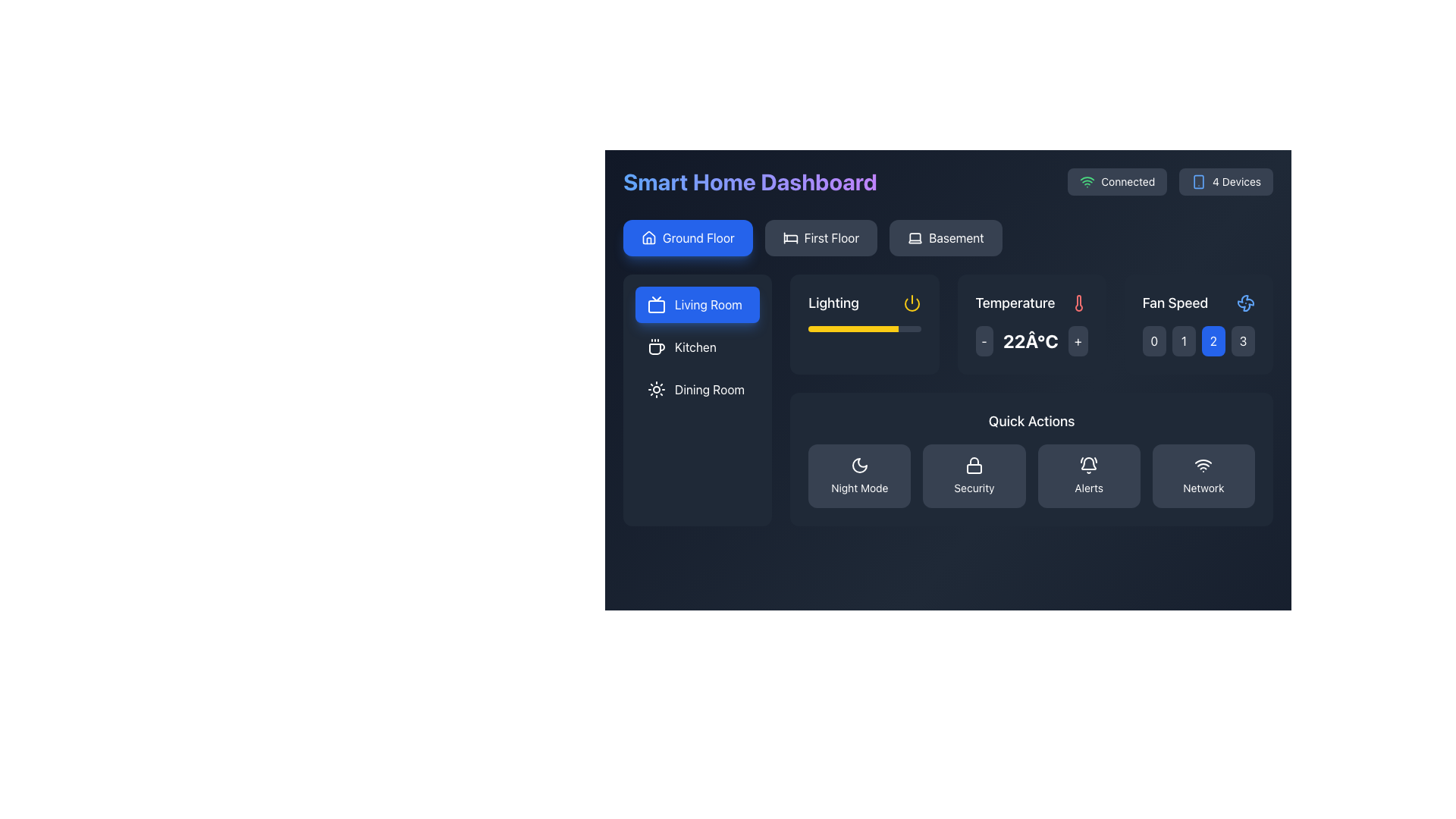 This screenshot has height=819, width=1456. I want to click on the small rectangular button with rounded corners and a dark gray background, displaying the numeral '0' in white, to activate its hover effect, so click(1153, 341).